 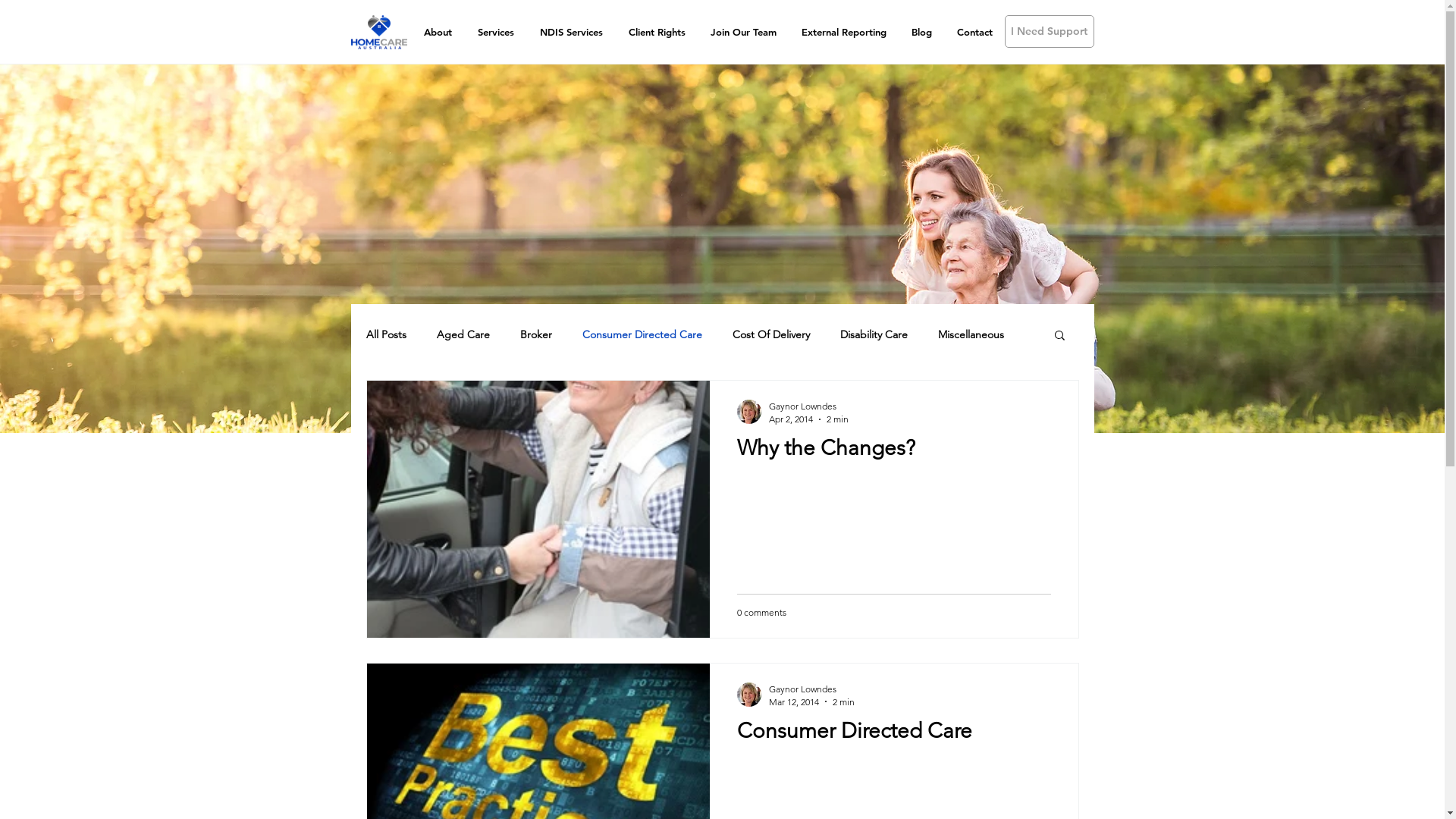 I want to click on '0 comments', so click(x=736, y=611).